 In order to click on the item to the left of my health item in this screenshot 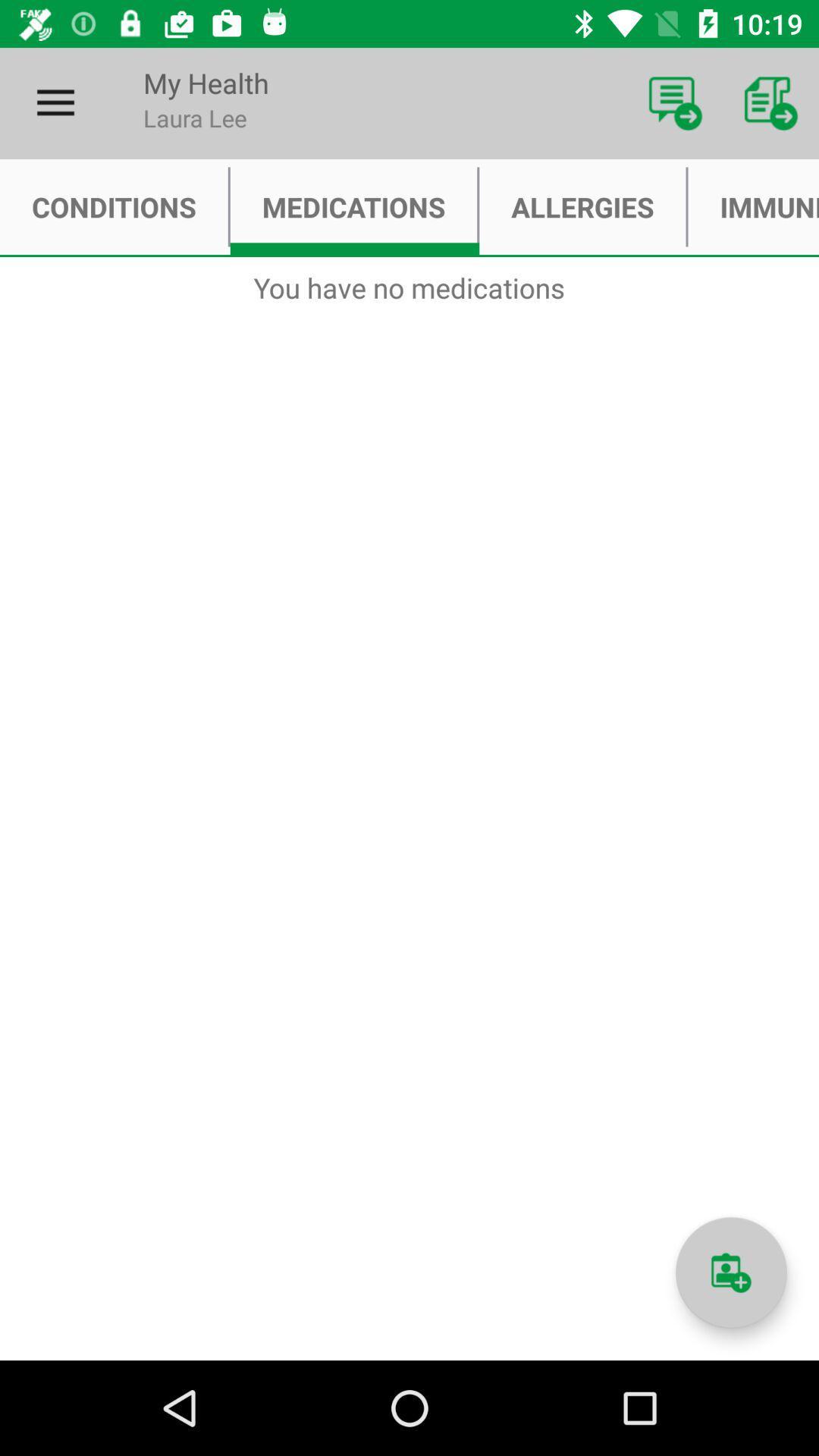, I will do `click(55, 102)`.